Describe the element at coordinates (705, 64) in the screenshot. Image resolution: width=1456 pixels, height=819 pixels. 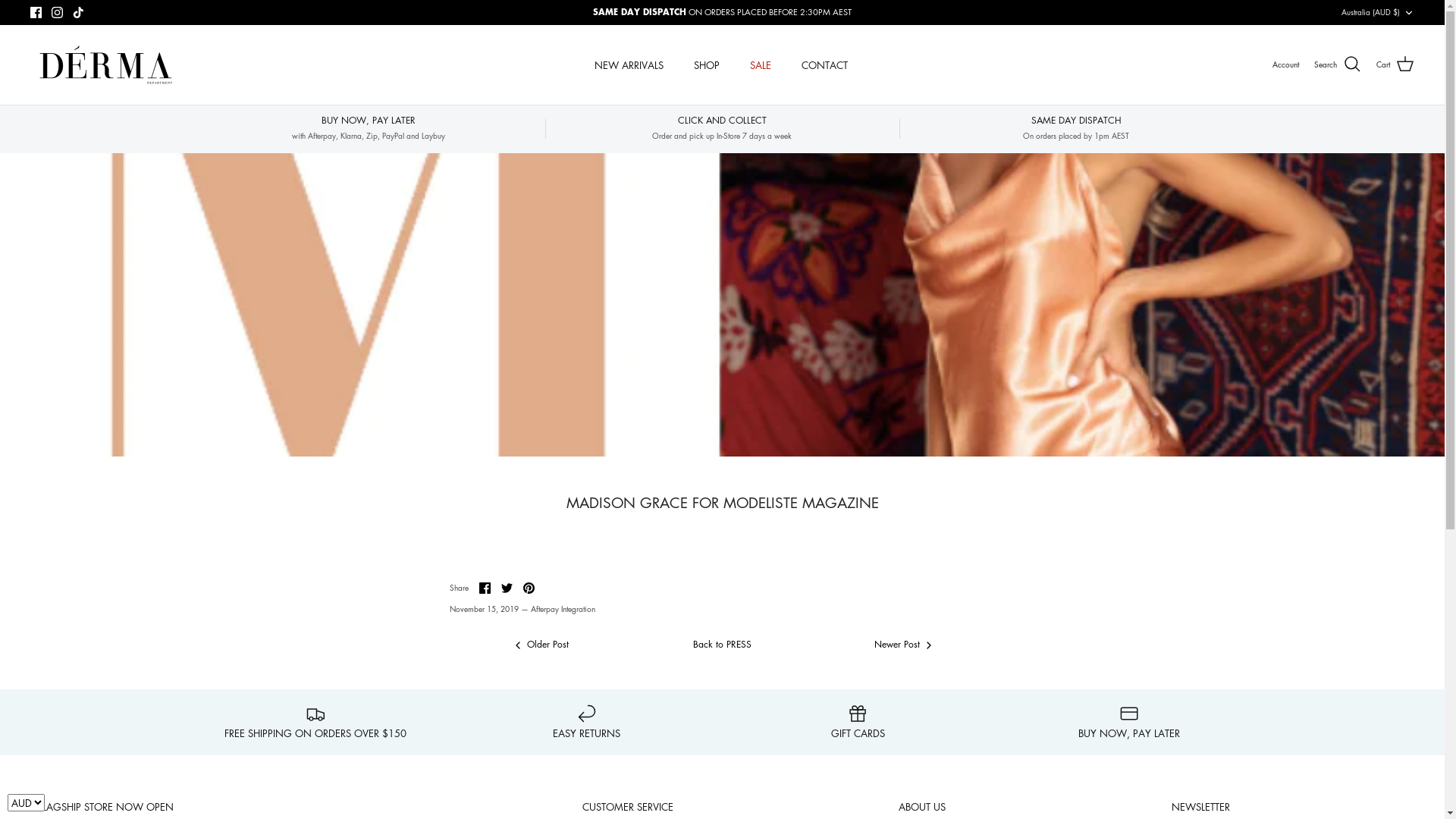
I see `'SHOP'` at that location.